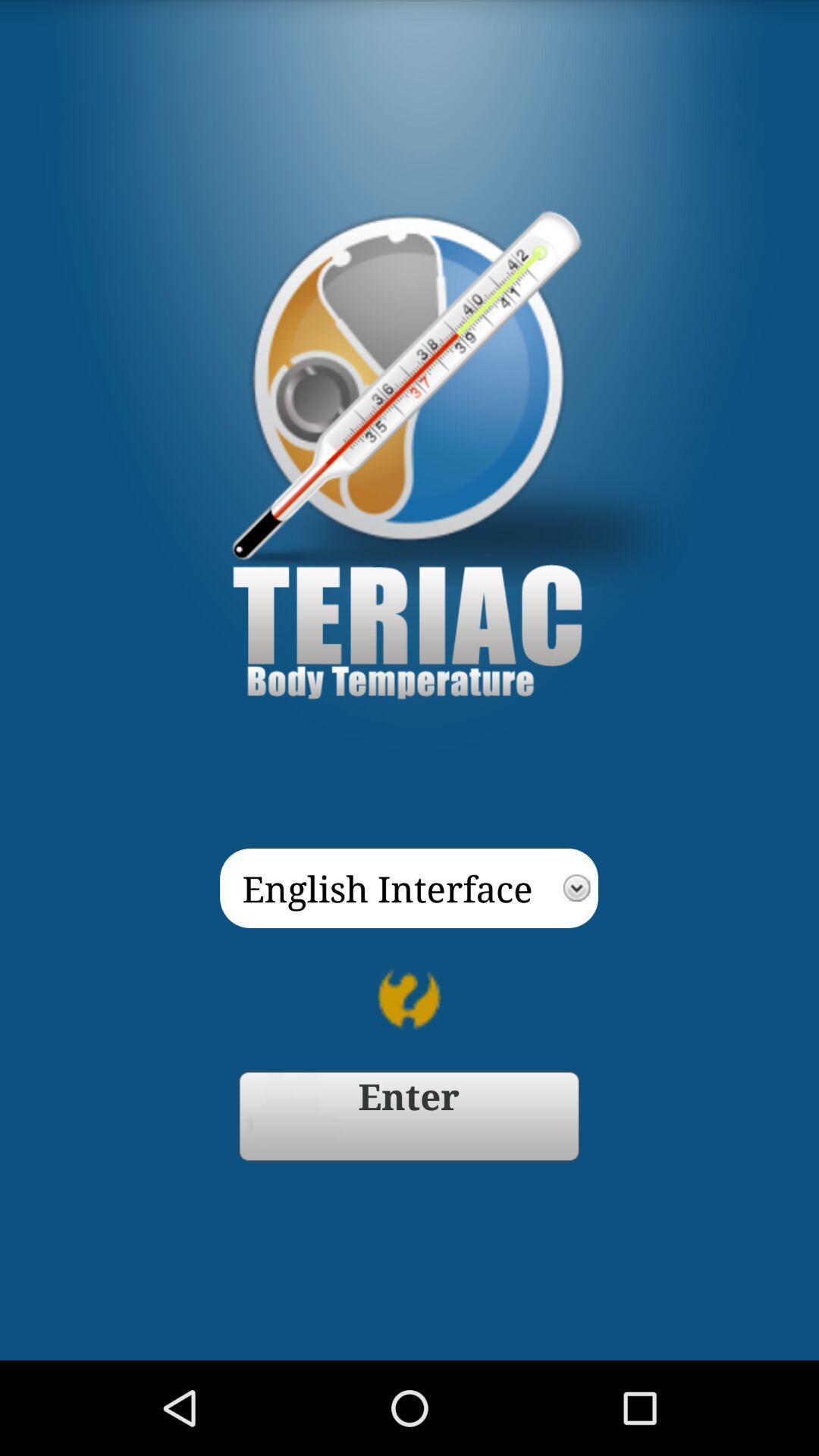  I want to click on open, so click(408, 1116).